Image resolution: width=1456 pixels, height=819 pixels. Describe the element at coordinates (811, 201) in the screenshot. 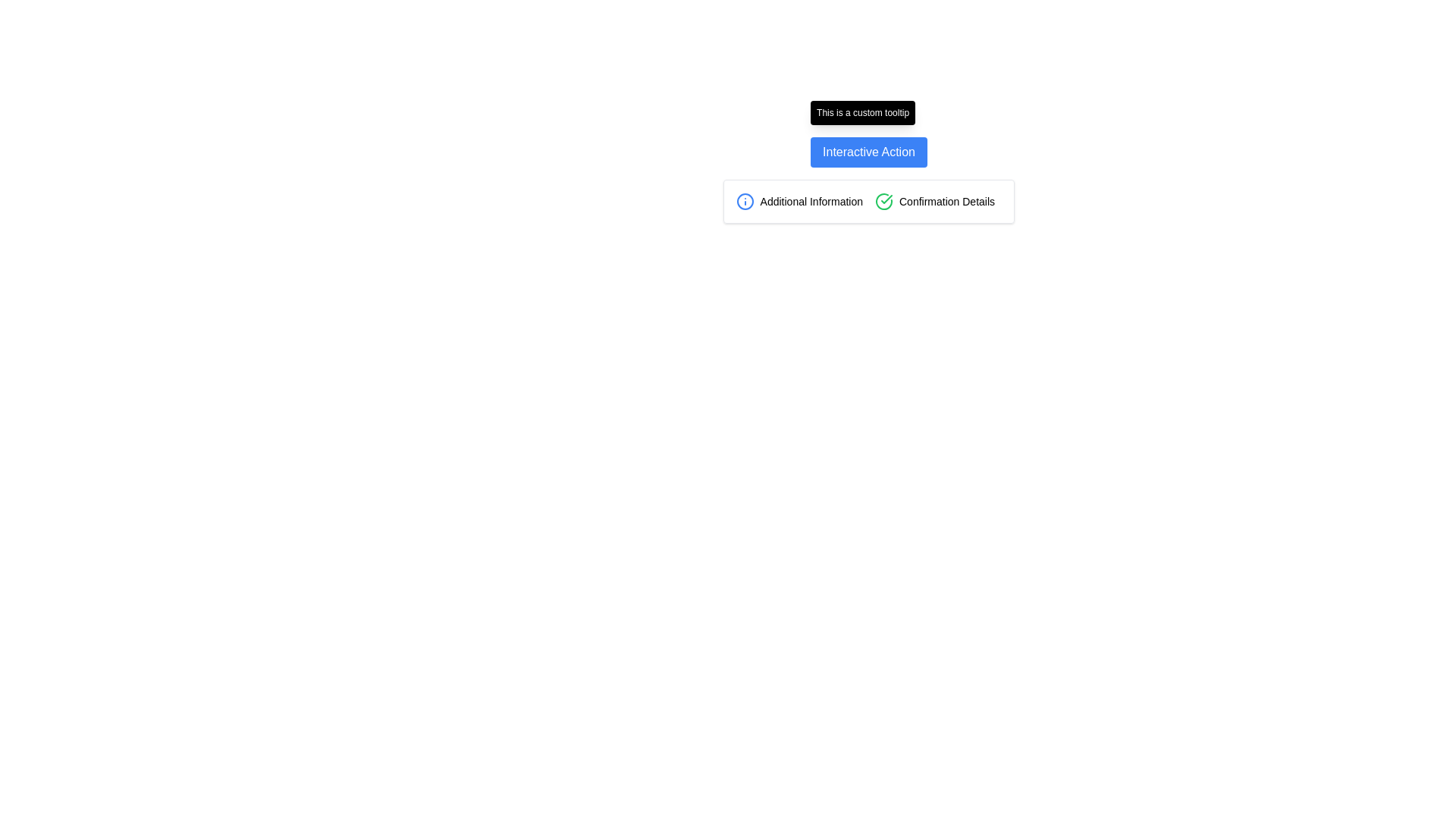

I see `the text label reading 'Additional Information', which is styled with a small font size and located next to an informational icon` at that location.